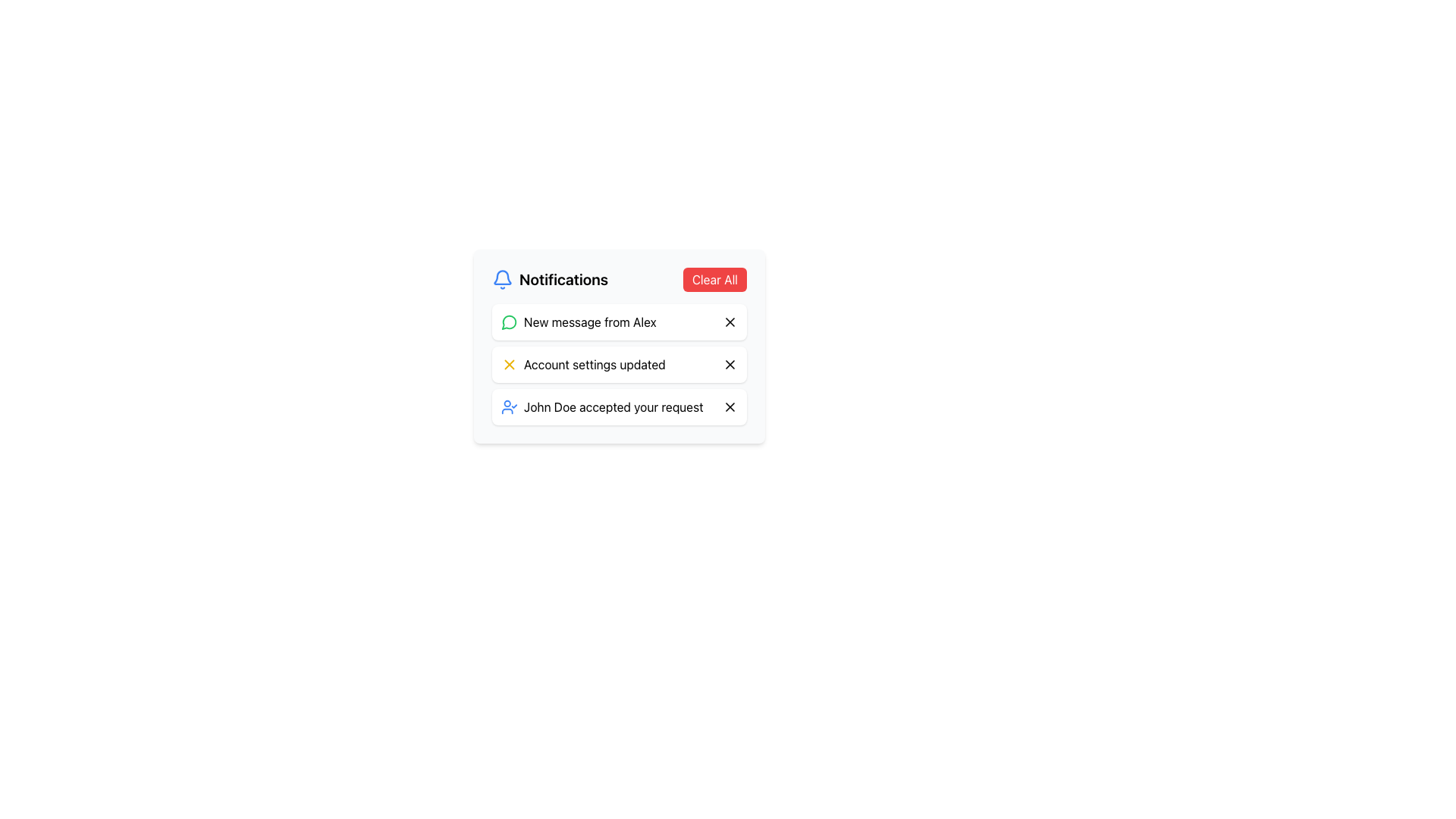 The width and height of the screenshot is (1456, 819). Describe the element at coordinates (714, 280) in the screenshot. I see `the 'Clear All' button with a vibrant red background` at that location.